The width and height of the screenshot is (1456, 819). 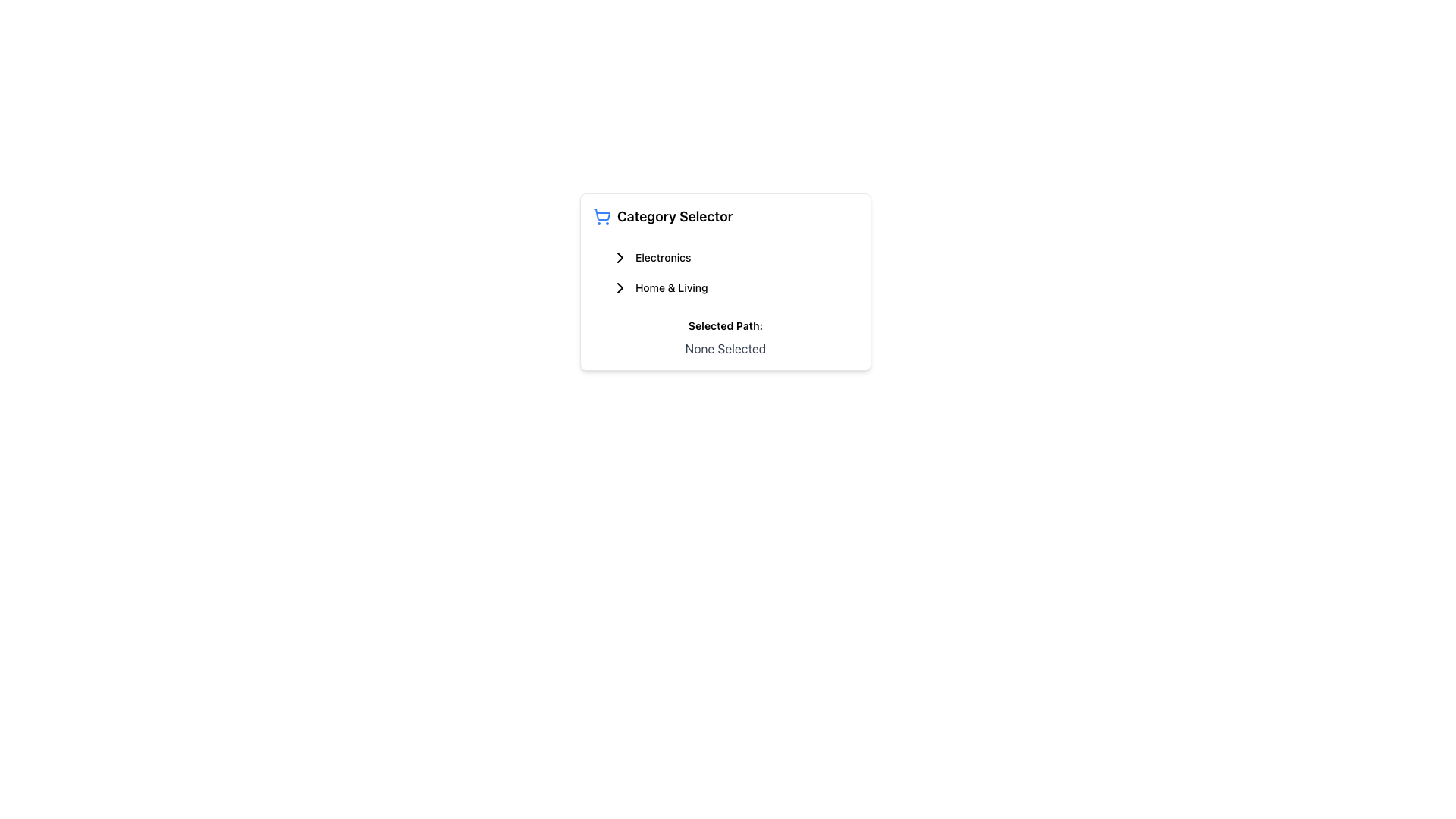 I want to click on the 'Electronics' category label located in the dropdown list beneath the 'Category Selector' title, so click(x=663, y=256).